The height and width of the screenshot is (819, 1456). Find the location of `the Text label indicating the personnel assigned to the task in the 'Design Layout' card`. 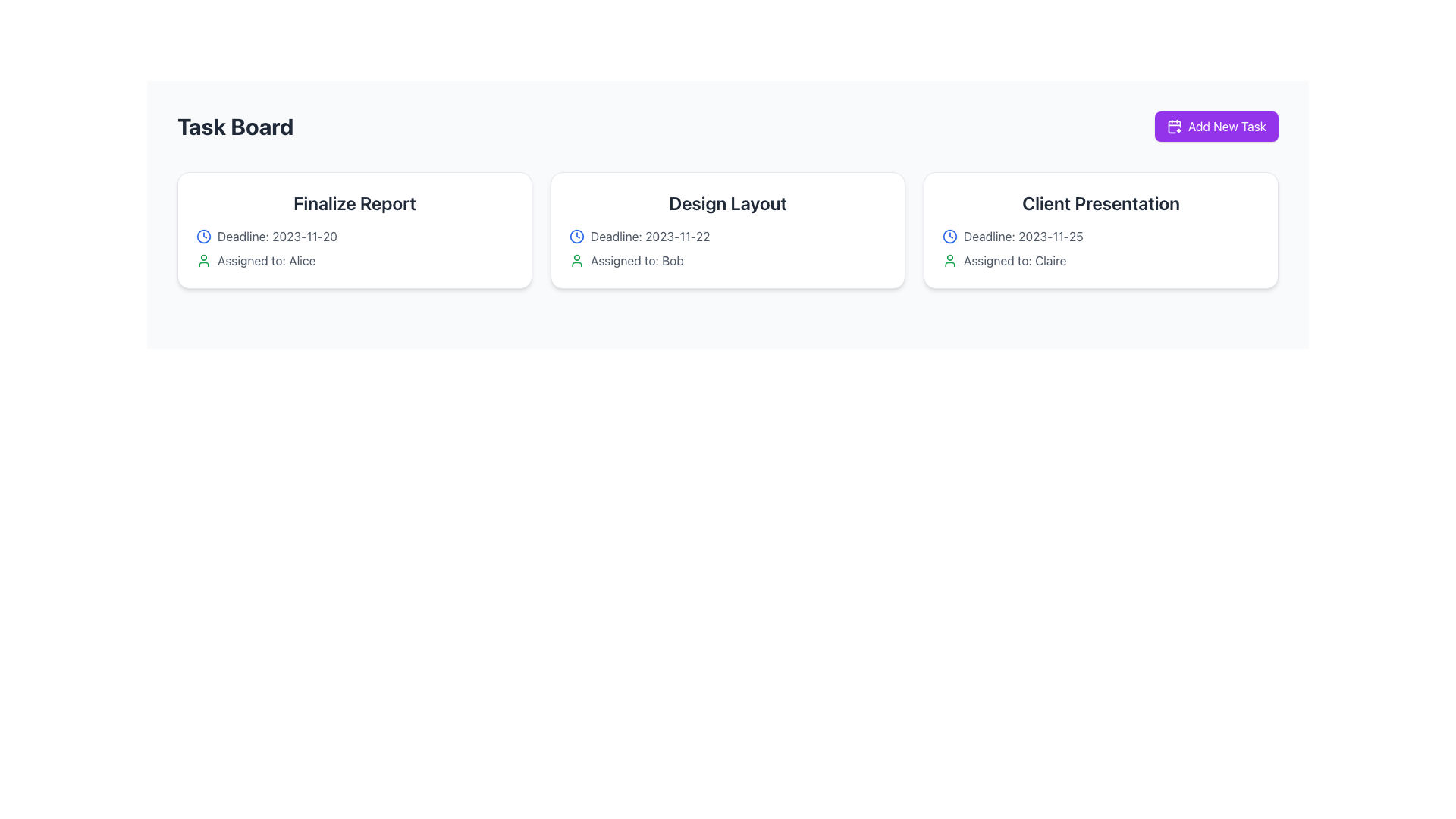

the Text label indicating the personnel assigned to the task in the 'Design Layout' card is located at coordinates (637, 259).